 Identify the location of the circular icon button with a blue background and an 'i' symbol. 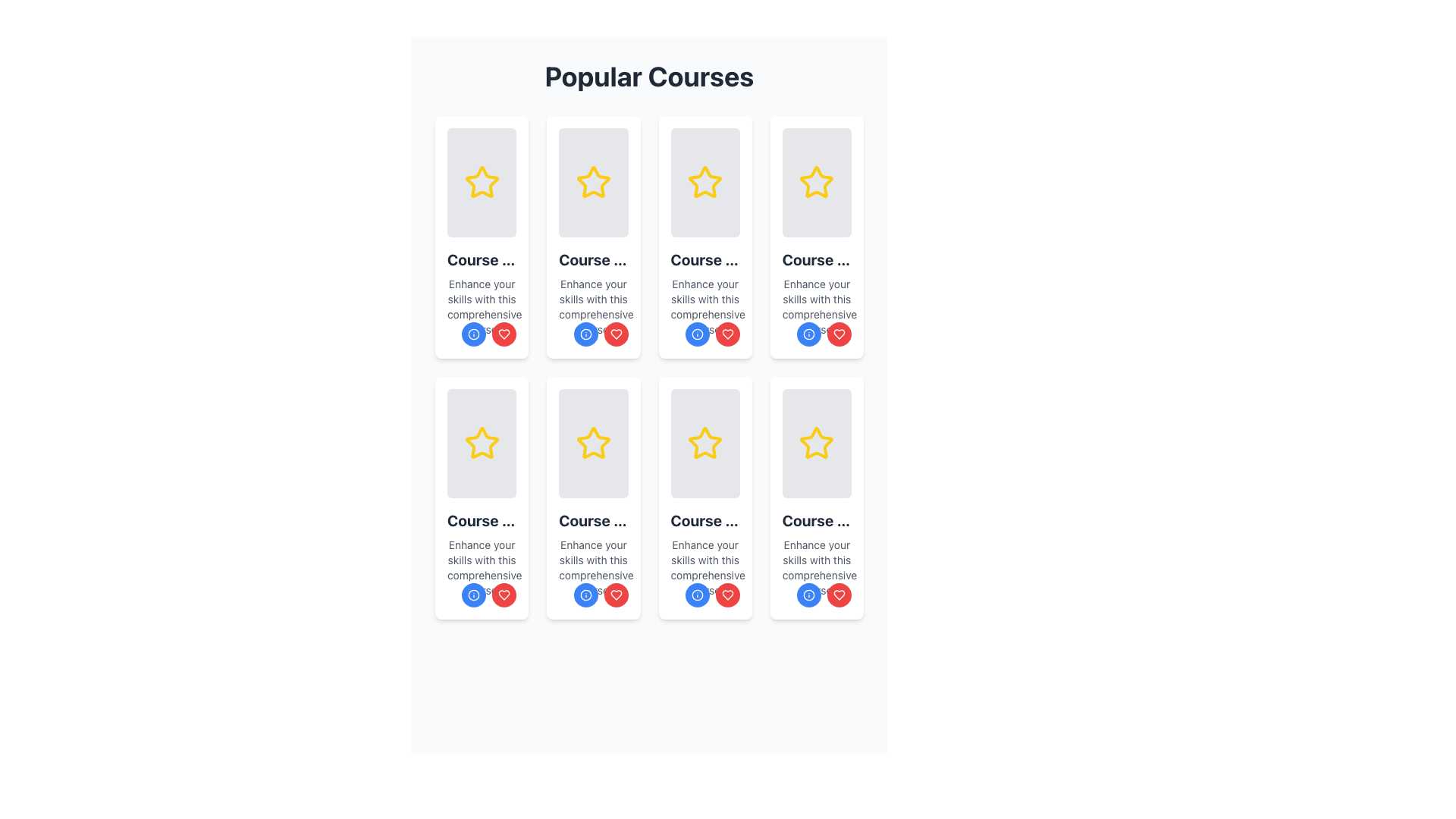
(808, 595).